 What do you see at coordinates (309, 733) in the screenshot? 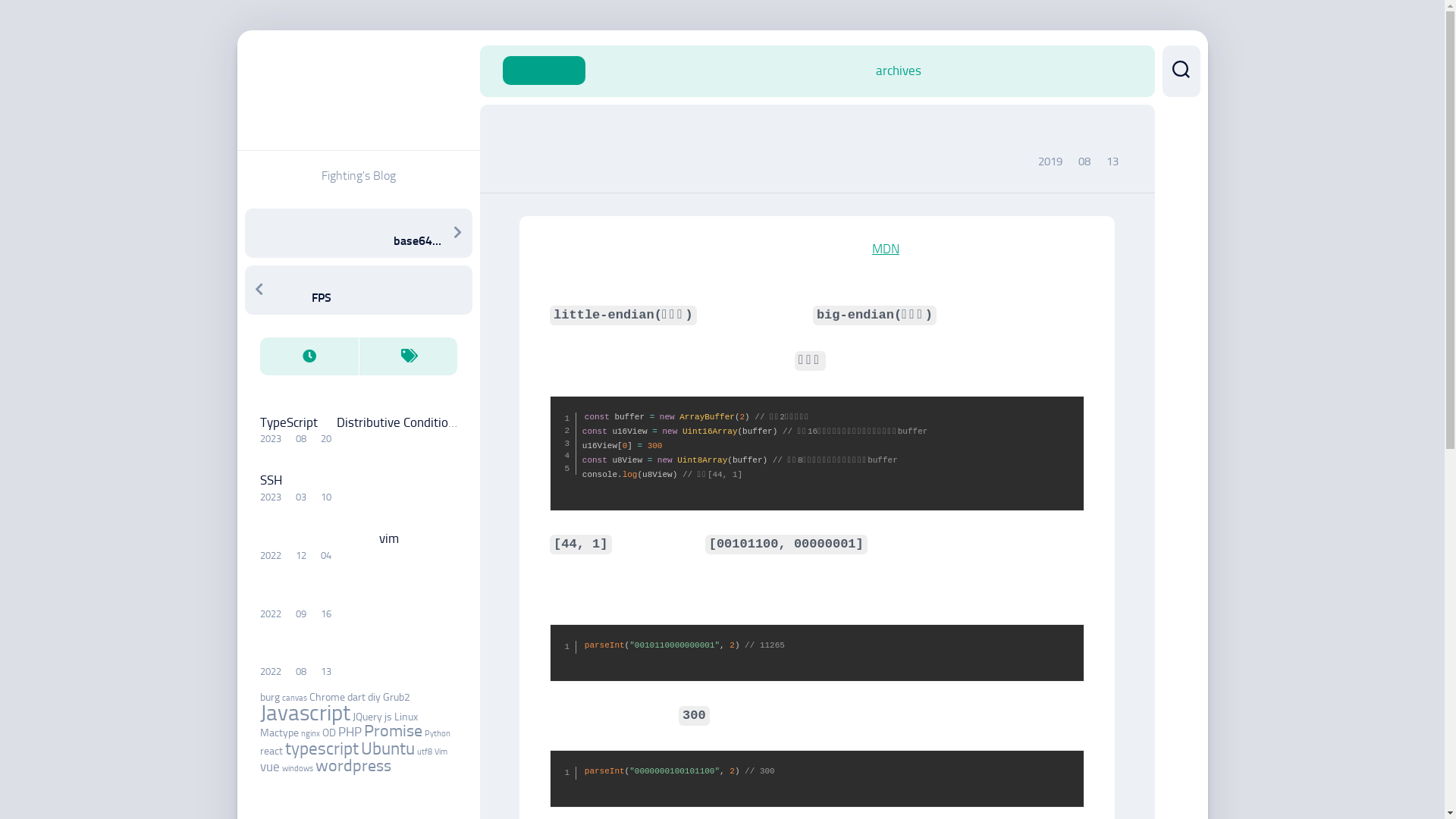
I see `'nginx'` at bounding box center [309, 733].